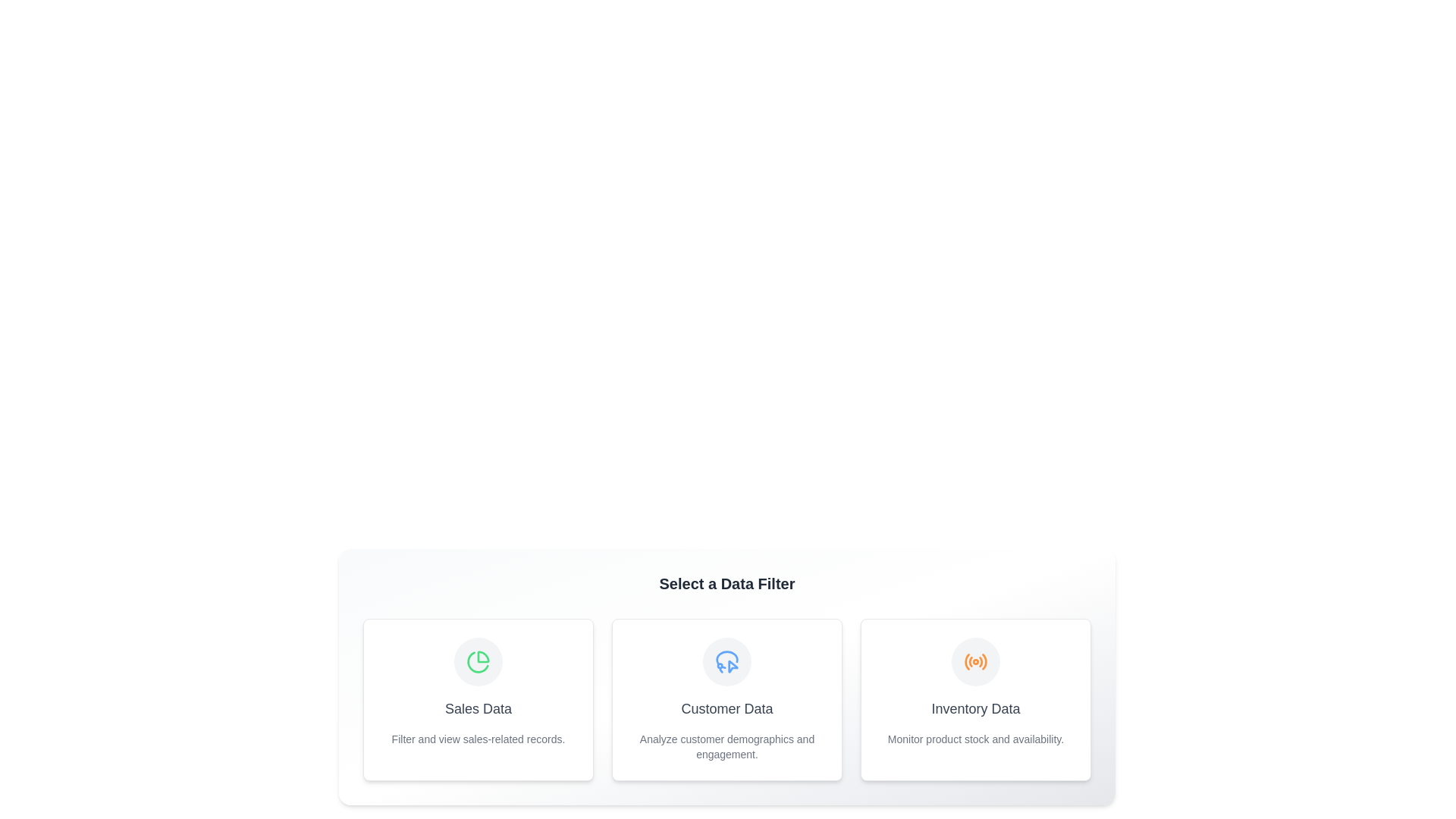  What do you see at coordinates (726, 583) in the screenshot?
I see `the Static Text Header that indicates the purpose of the section below, instructing the user to choose a filter` at bounding box center [726, 583].